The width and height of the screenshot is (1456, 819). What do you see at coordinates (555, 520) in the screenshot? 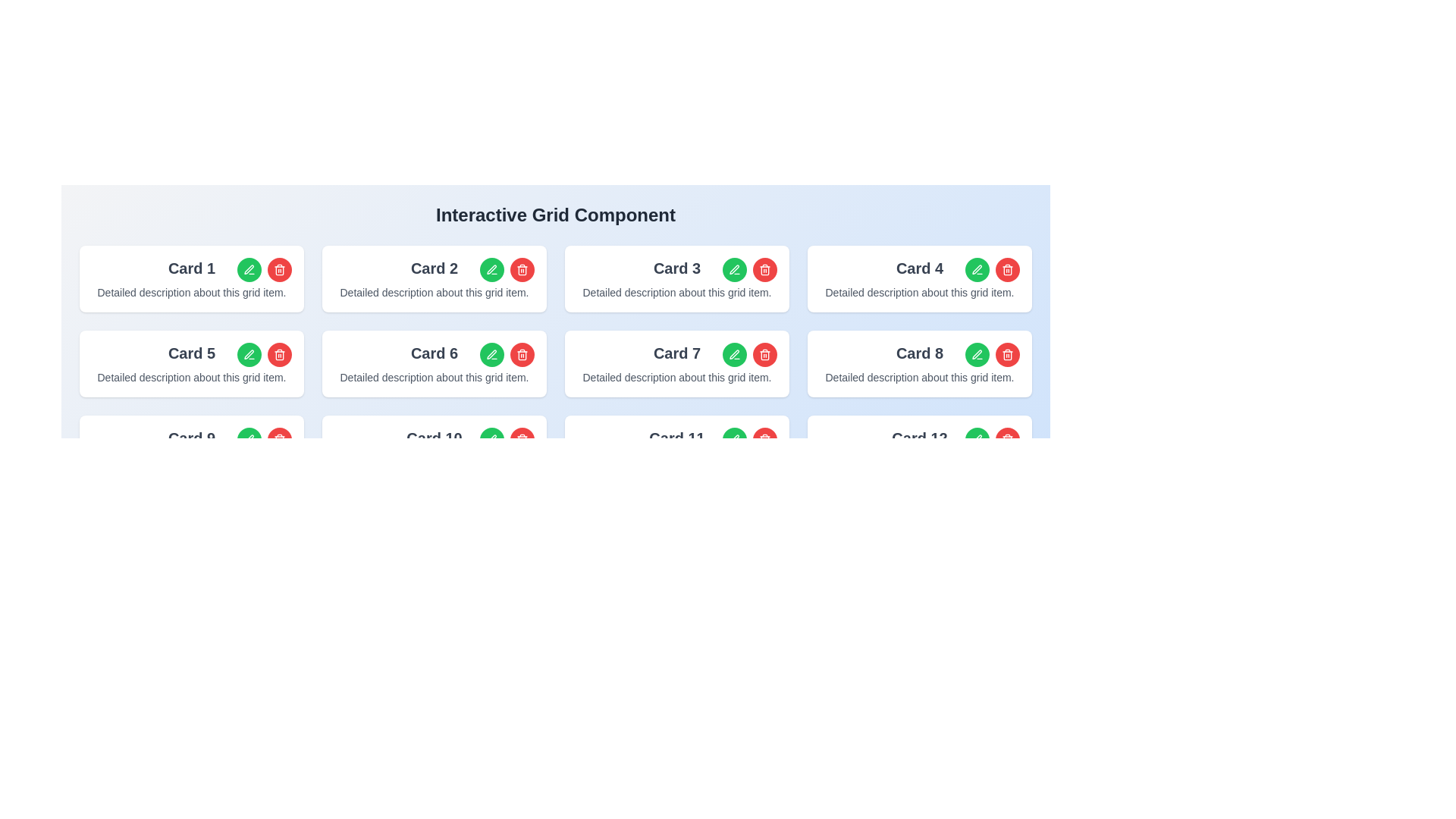
I see `the button that initiates the process of adding a new item, located below a grid layout and centered horizontally within the layout` at bounding box center [555, 520].